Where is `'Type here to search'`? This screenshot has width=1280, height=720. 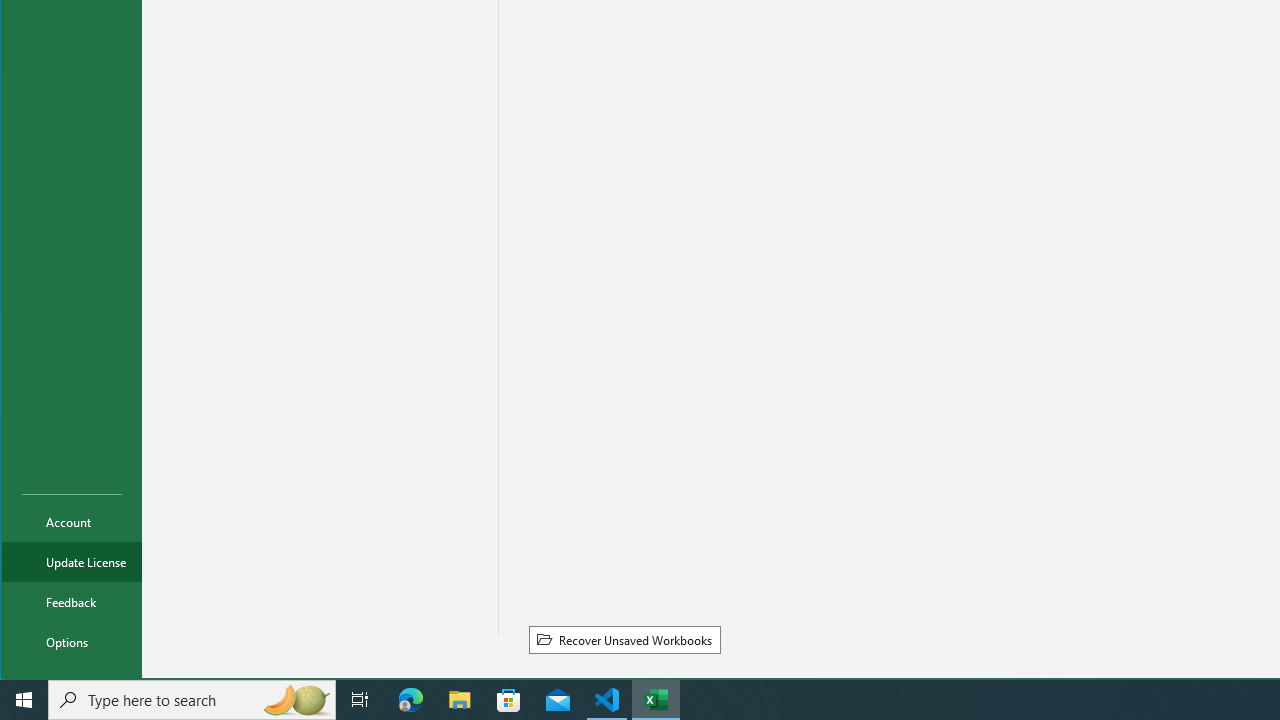 'Type here to search' is located at coordinates (192, 698).